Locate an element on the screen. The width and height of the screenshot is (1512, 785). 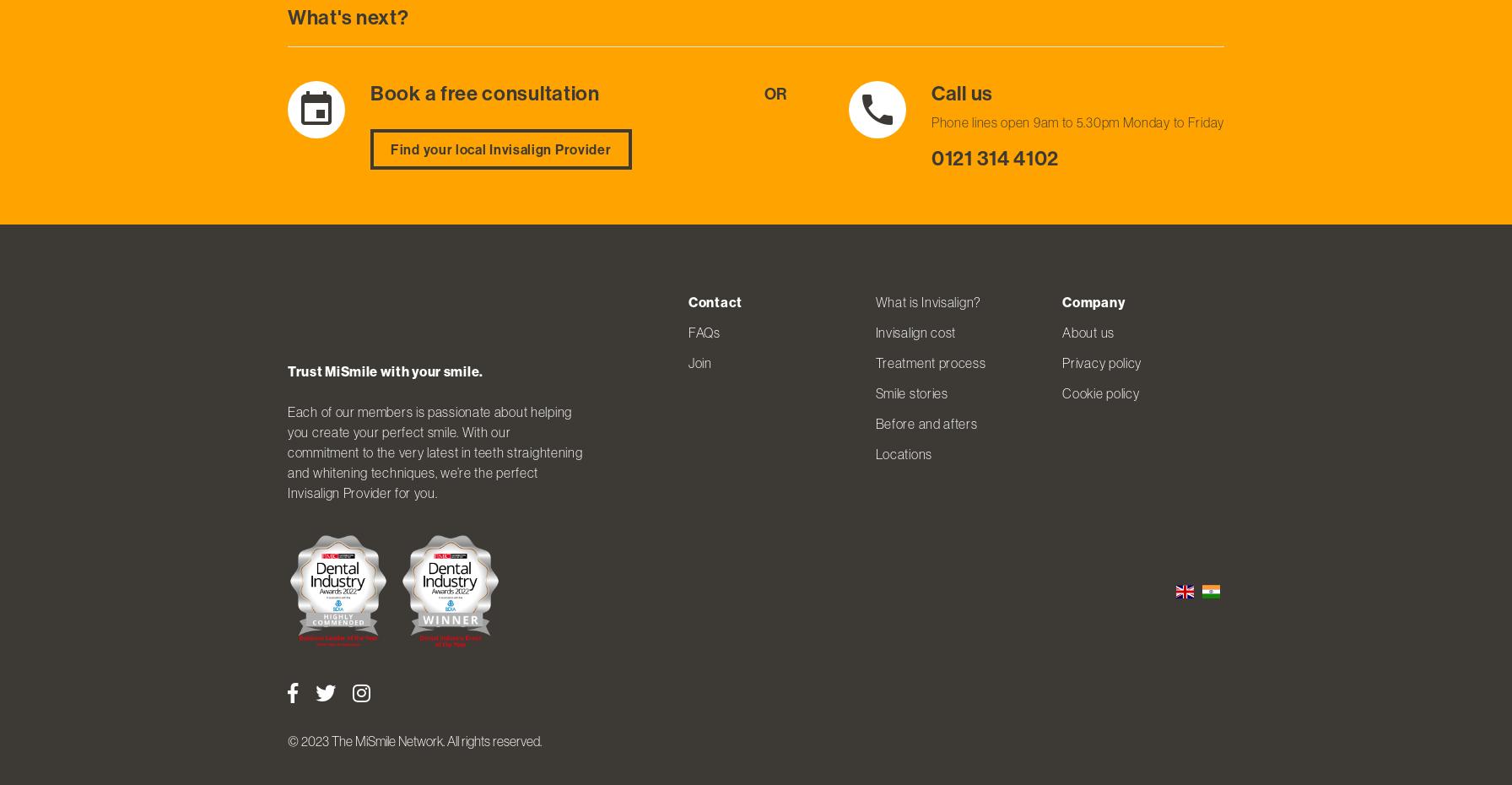
'What's next?' is located at coordinates (348, 15).